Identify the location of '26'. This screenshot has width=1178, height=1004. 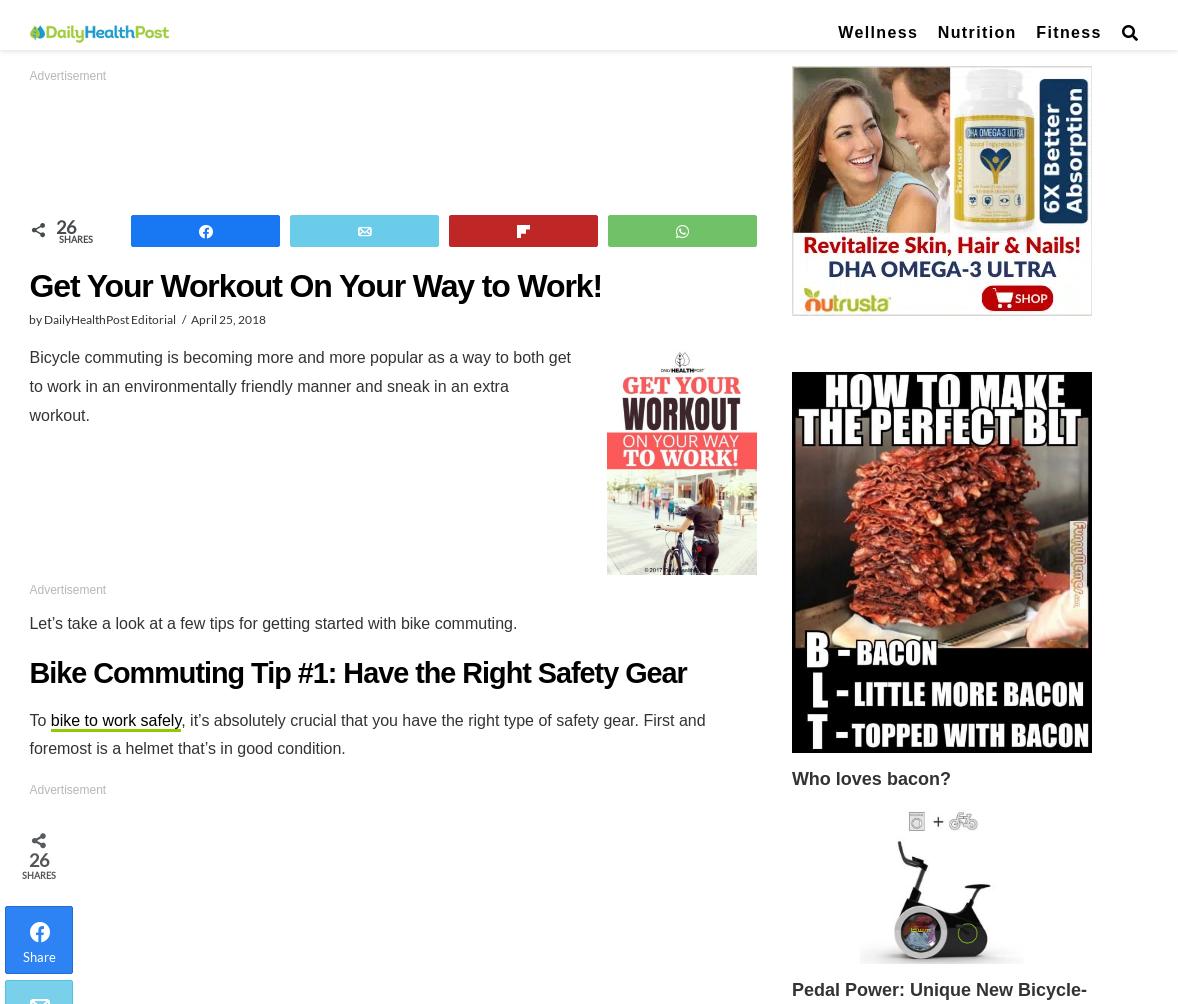
(64, 226).